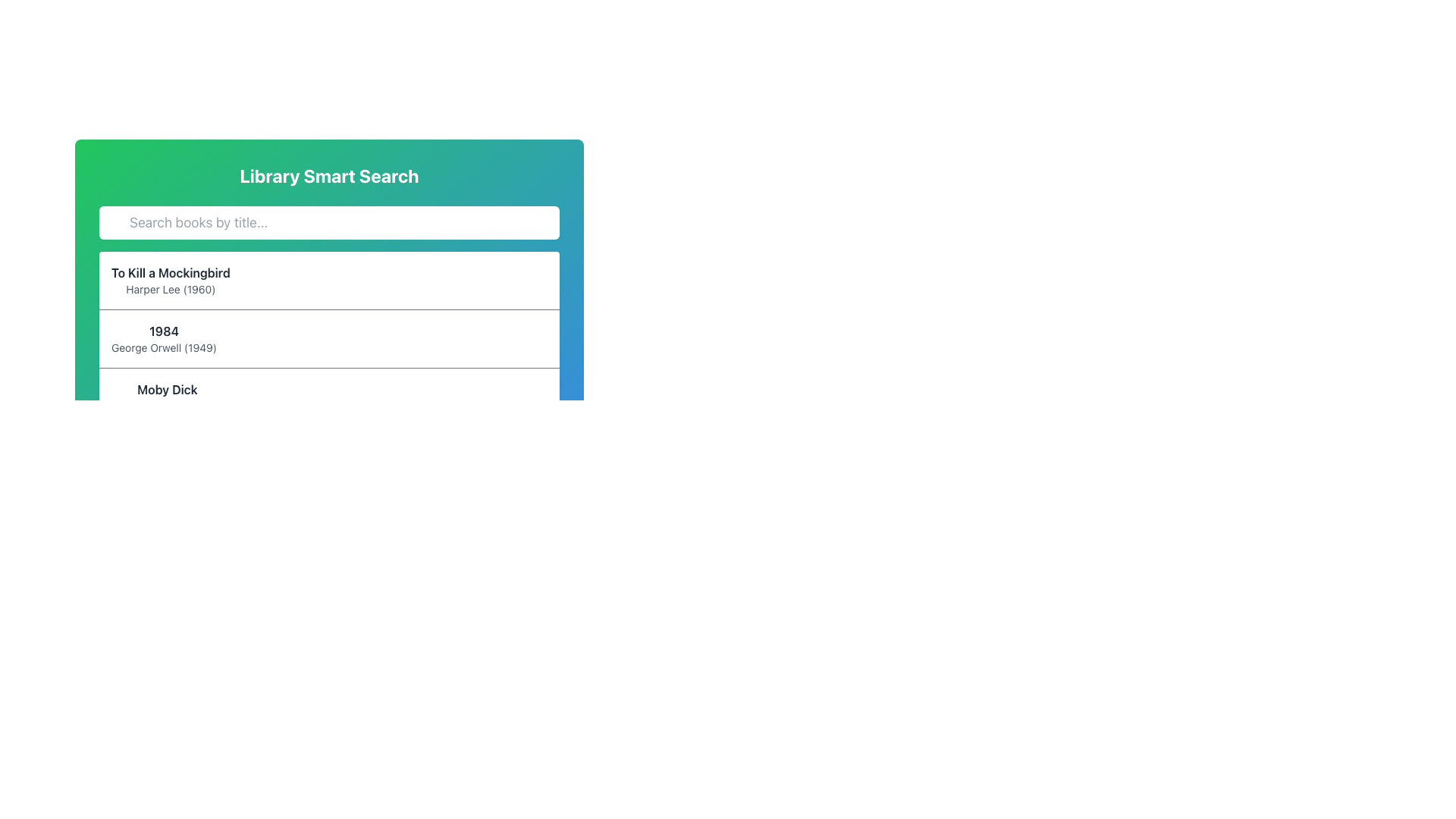  Describe the element at coordinates (164, 348) in the screenshot. I see `text label displaying 'George Orwell (1949)' located below the title '1984'` at that location.